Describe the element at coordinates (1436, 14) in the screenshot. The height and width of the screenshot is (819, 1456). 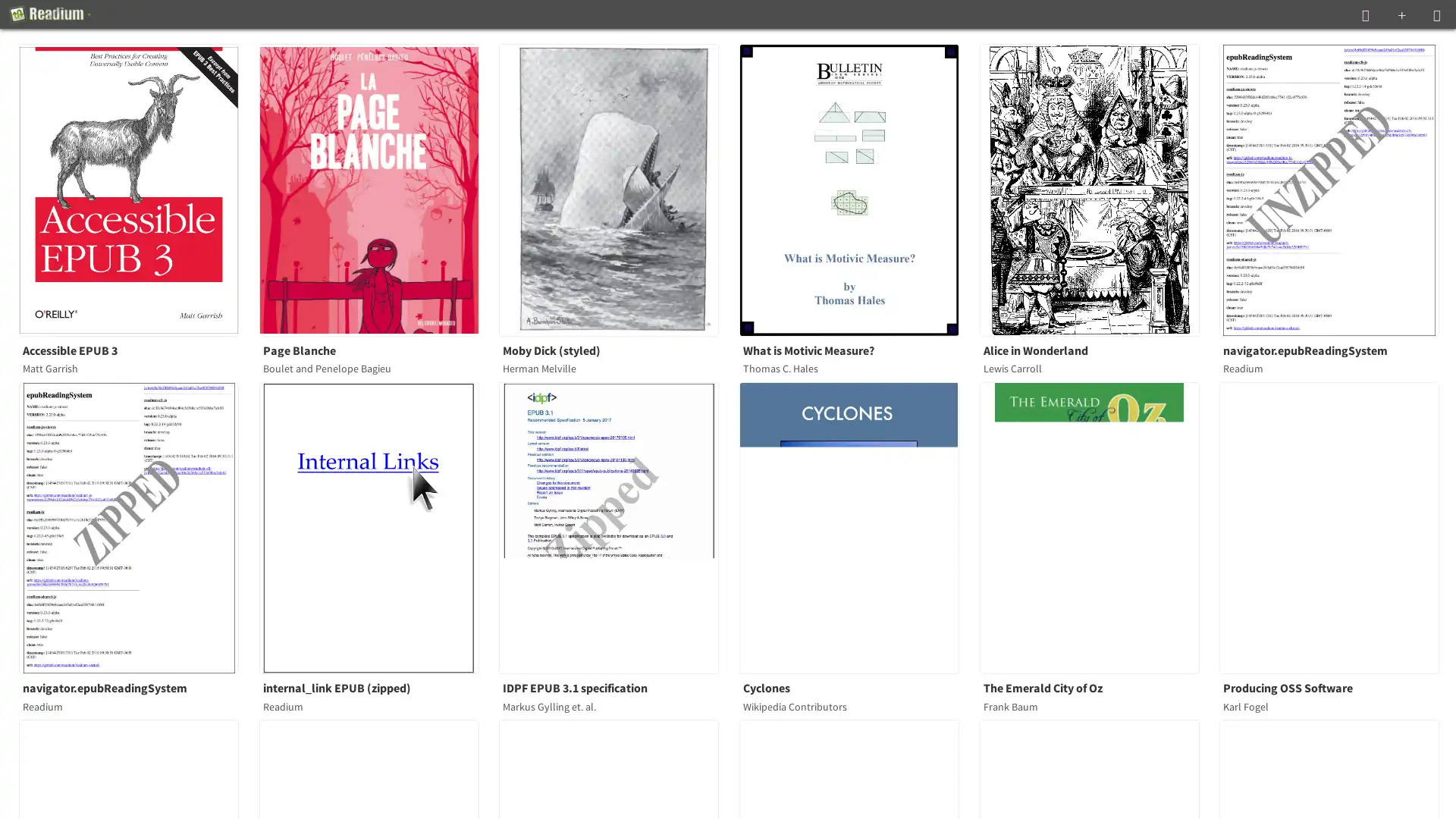
I see `Settings [o]` at that location.